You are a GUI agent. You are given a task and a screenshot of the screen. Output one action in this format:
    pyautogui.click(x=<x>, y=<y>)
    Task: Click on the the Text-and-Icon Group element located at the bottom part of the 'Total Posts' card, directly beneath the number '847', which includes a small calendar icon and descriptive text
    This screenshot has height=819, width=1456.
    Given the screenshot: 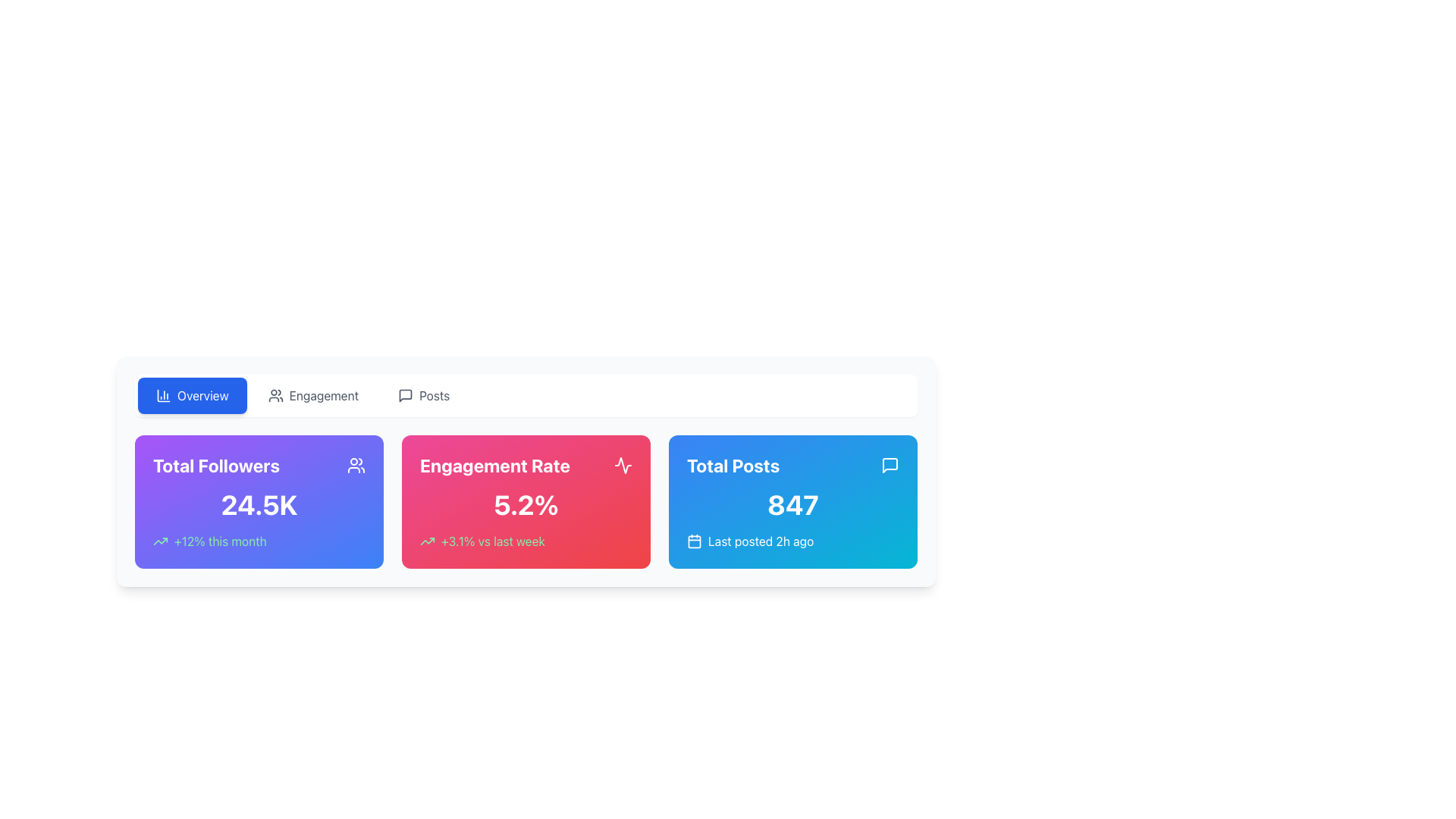 What is the action you would take?
    pyautogui.click(x=792, y=540)
    